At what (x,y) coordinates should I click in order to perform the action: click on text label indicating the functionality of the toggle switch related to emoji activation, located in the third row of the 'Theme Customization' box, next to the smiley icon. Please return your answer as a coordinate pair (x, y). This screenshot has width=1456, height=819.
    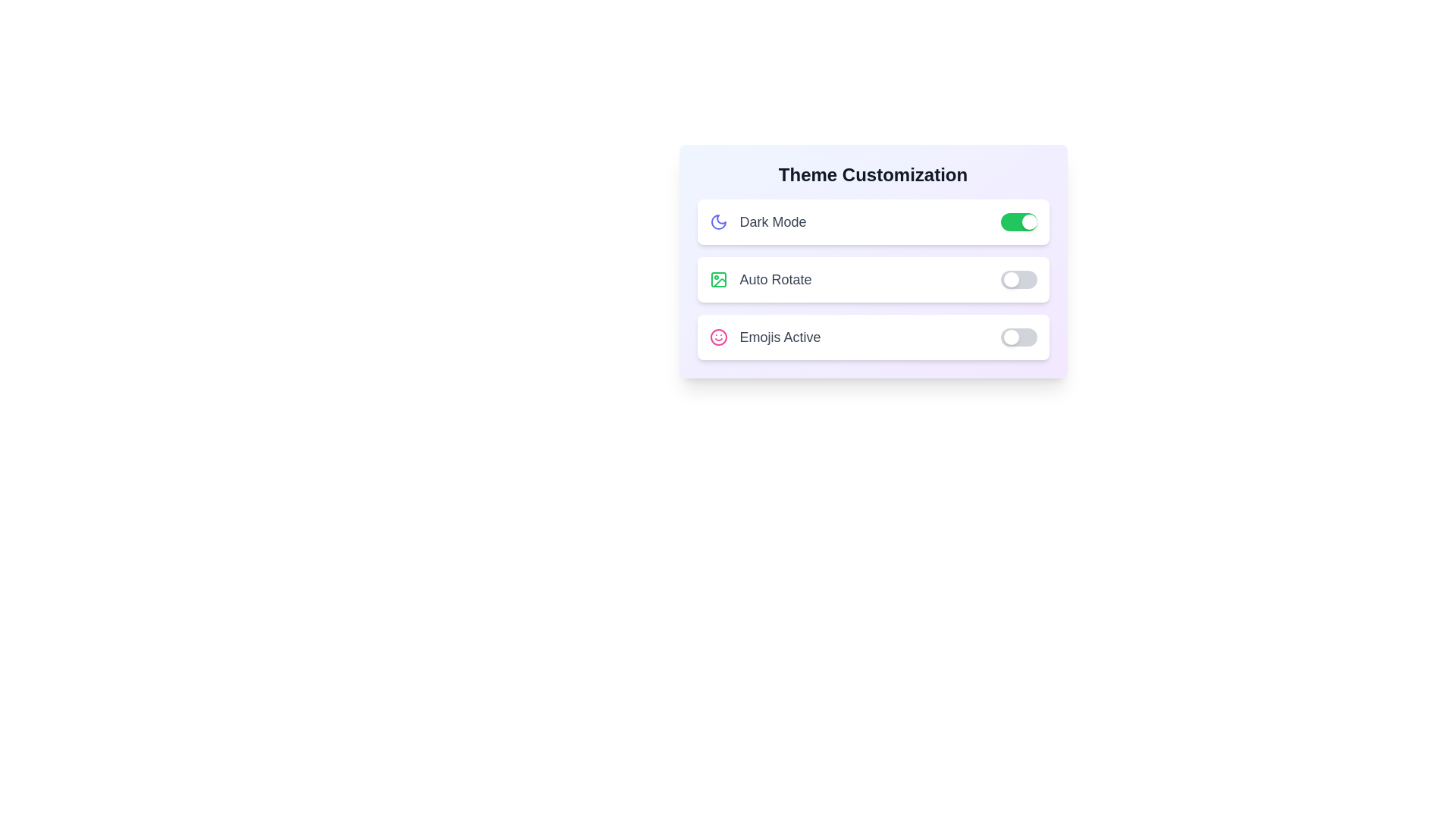
    Looking at the image, I should click on (780, 336).